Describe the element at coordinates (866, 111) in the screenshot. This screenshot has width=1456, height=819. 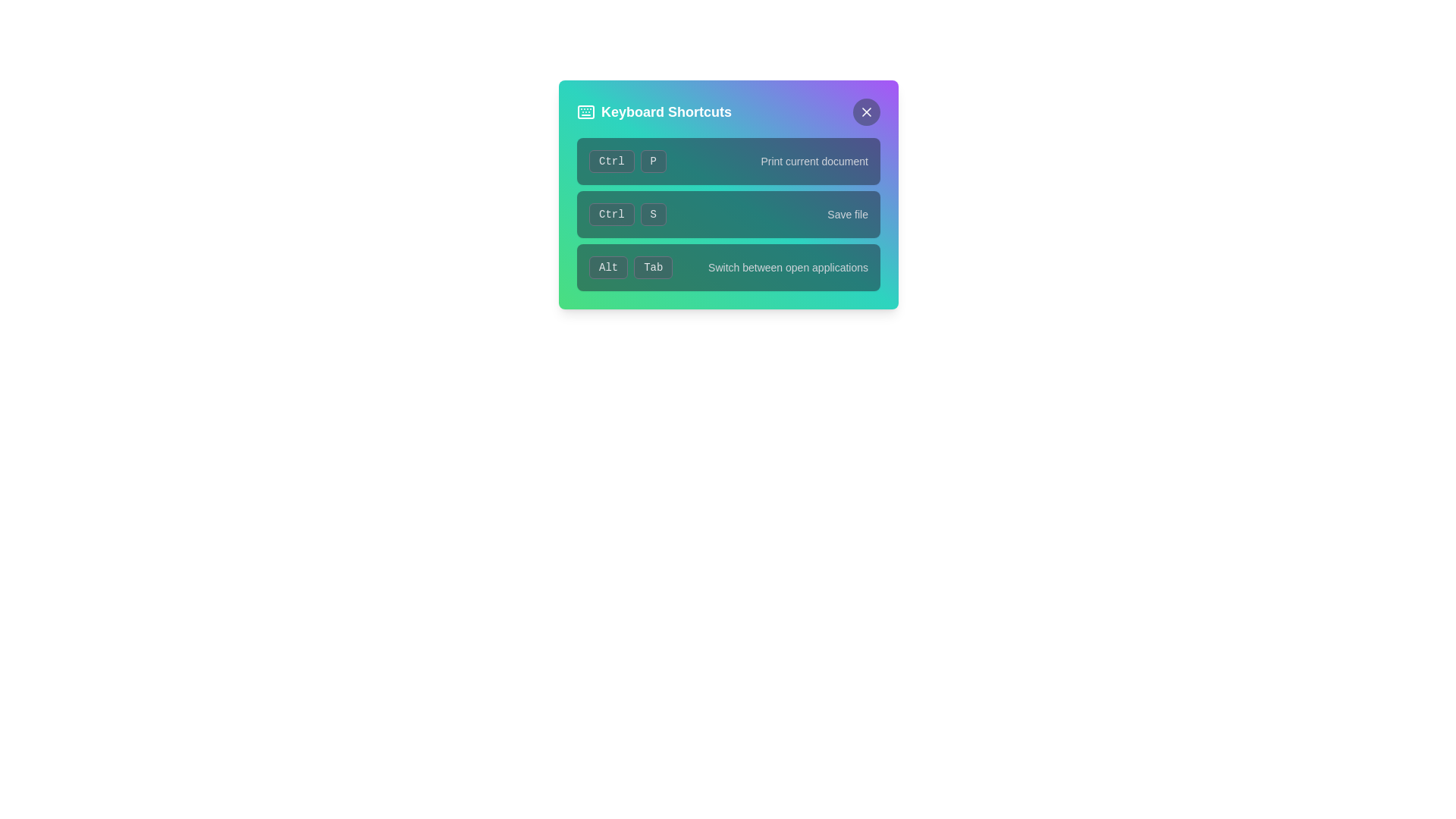
I see `the Close button icon located in the top-right corner of the 'Keyboard Shortcuts' modal, which appears as a minimalistic 'X' within a circular button` at that location.